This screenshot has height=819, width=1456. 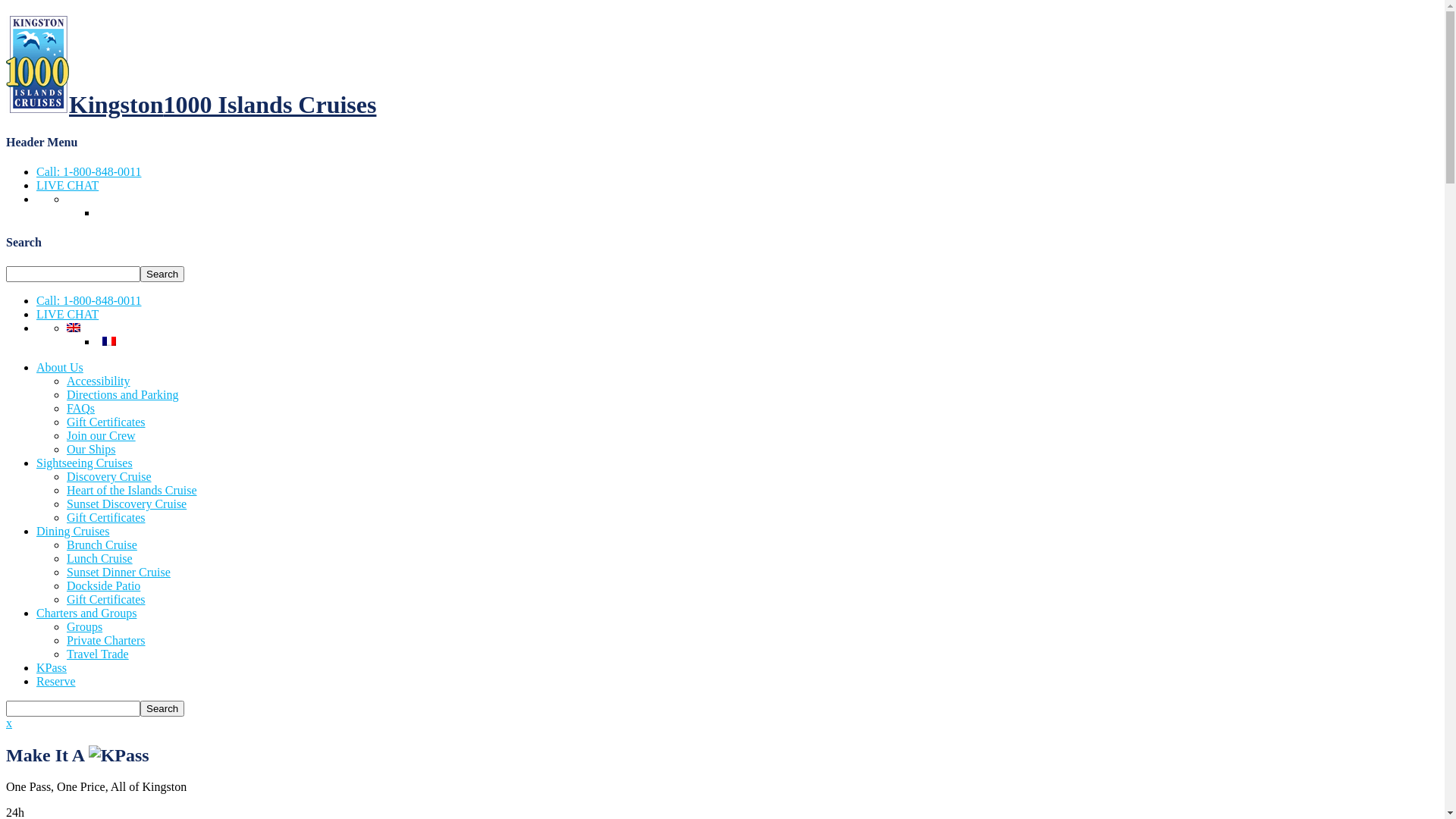 I want to click on 'LIVE CHAT', so click(x=67, y=313).